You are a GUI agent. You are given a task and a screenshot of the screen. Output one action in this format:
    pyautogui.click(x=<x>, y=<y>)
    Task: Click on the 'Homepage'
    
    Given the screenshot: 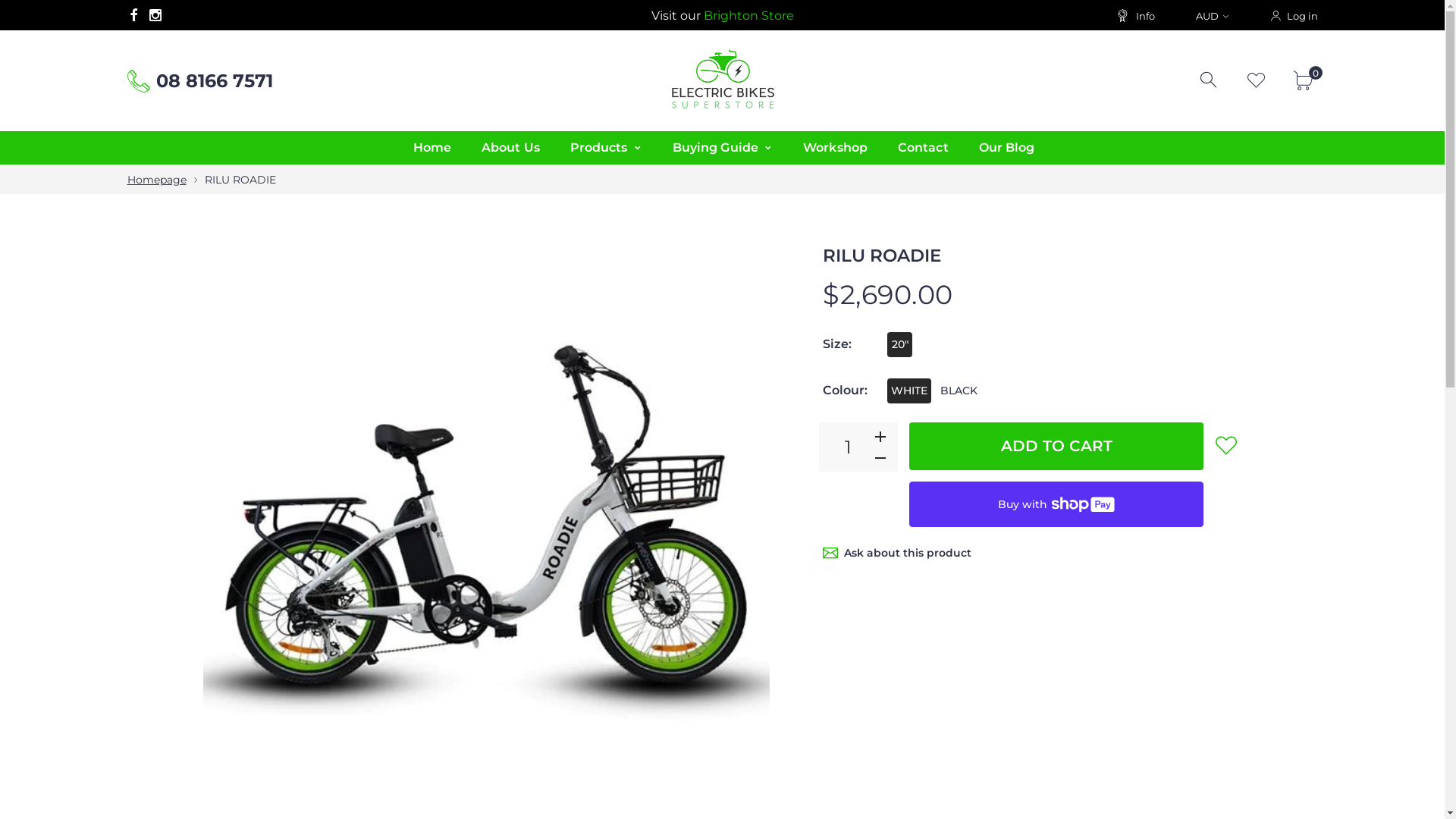 What is the action you would take?
    pyautogui.click(x=156, y=178)
    